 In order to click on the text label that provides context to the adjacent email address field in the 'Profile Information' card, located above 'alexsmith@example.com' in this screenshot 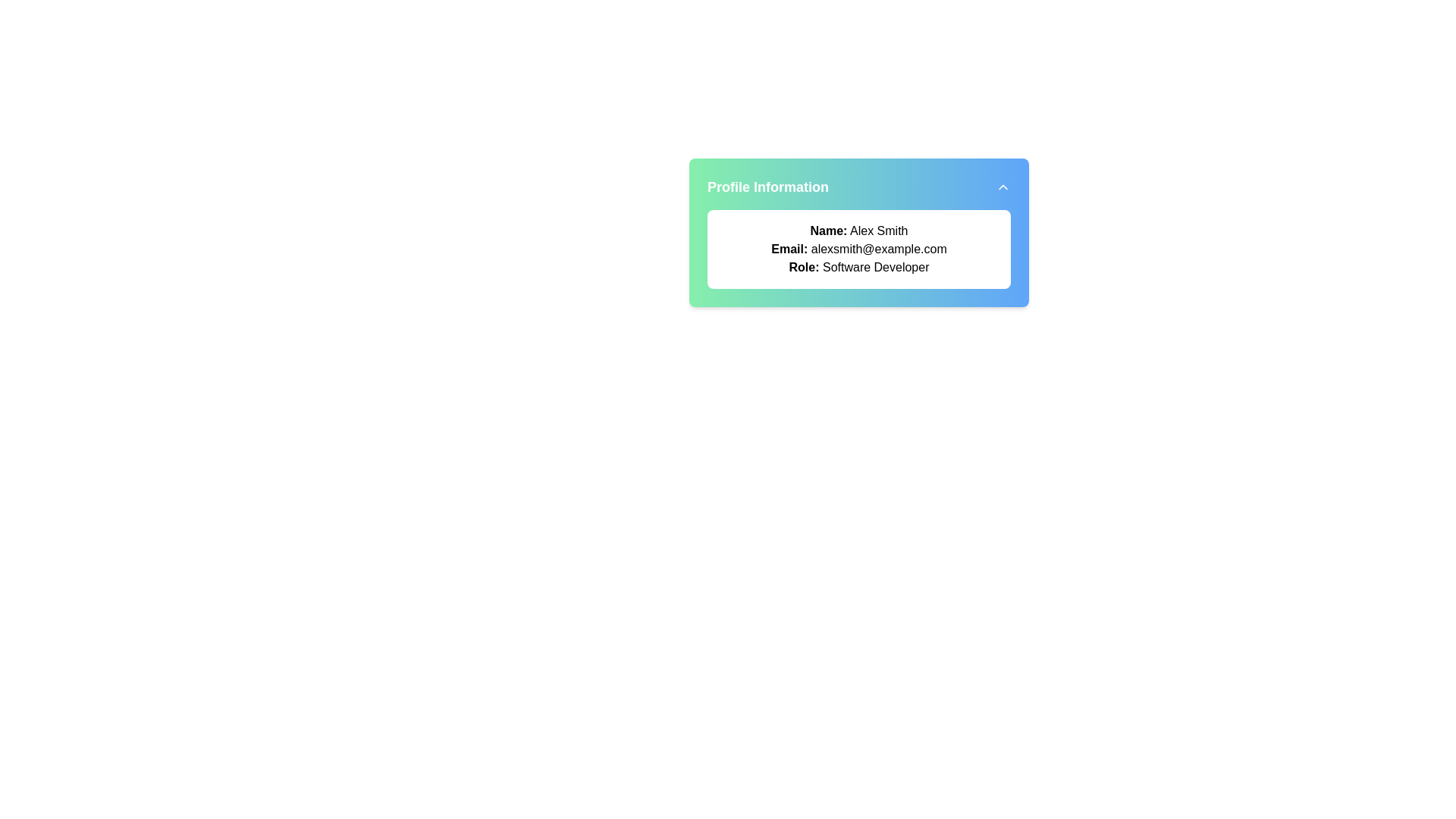, I will do `click(789, 248)`.